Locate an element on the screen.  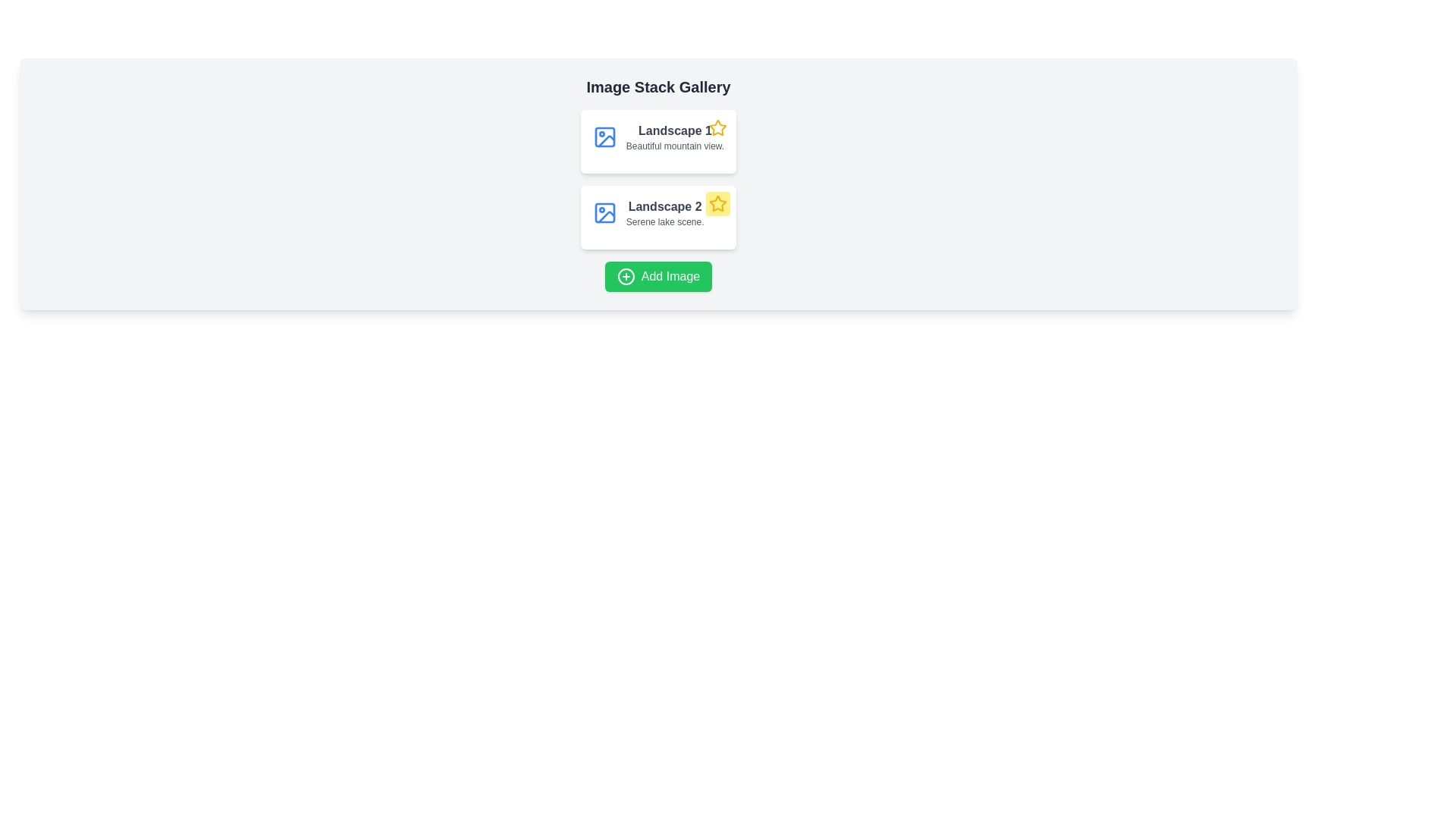
the title 'Landscape 1' on the Information card, which is located in the top-left corner of the gallery section, above the description 'Beautiful mountain view' is located at coordinates (658, 137).